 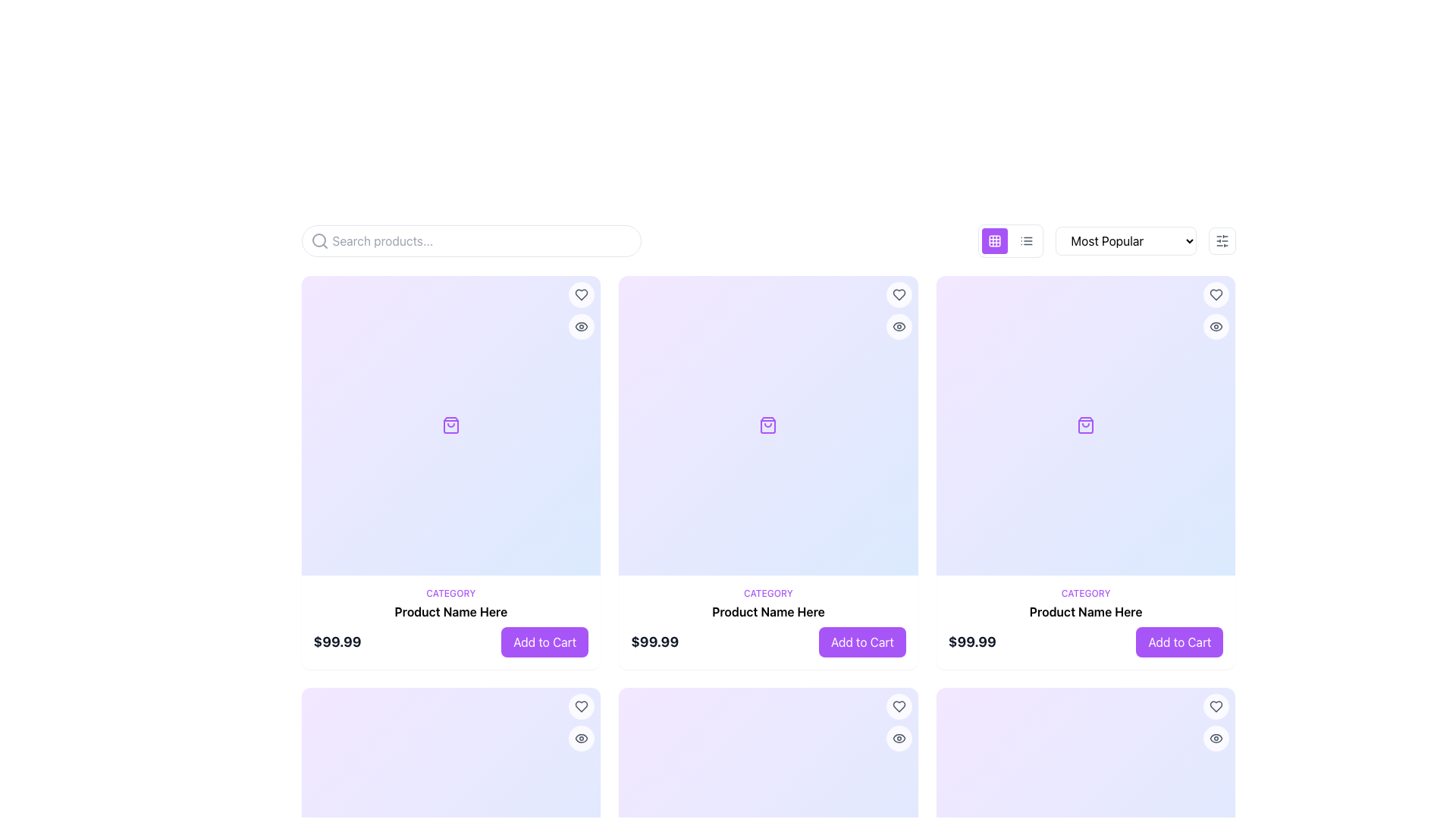 I want to click on the horizontal sliders icon located in the top-right grouping of the UI, so click(x=1222, y=240).